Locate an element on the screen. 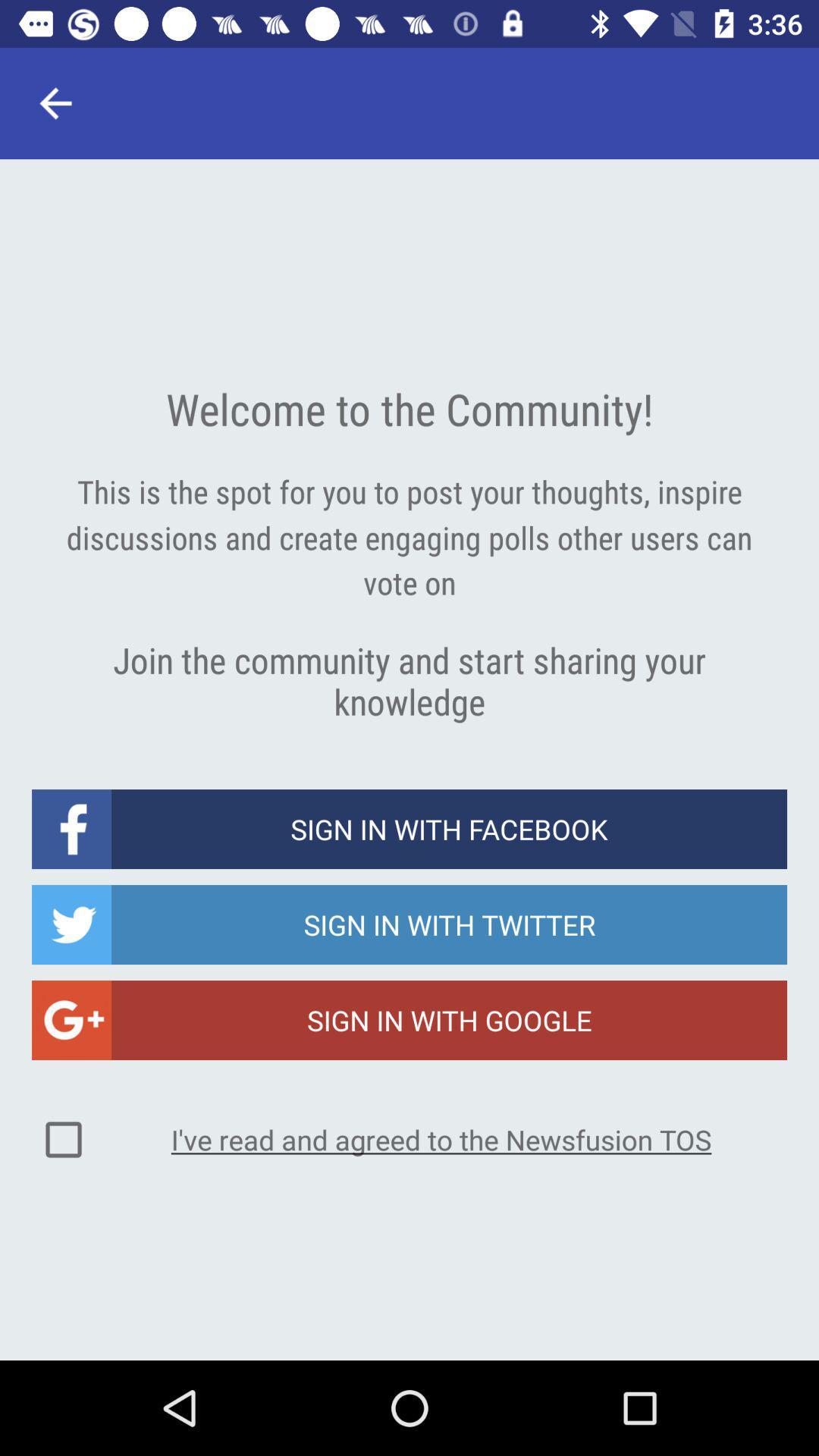 The width and height of the screenshot is (819, 1456). the item at the top left corner is located at coordinates (55, 102).